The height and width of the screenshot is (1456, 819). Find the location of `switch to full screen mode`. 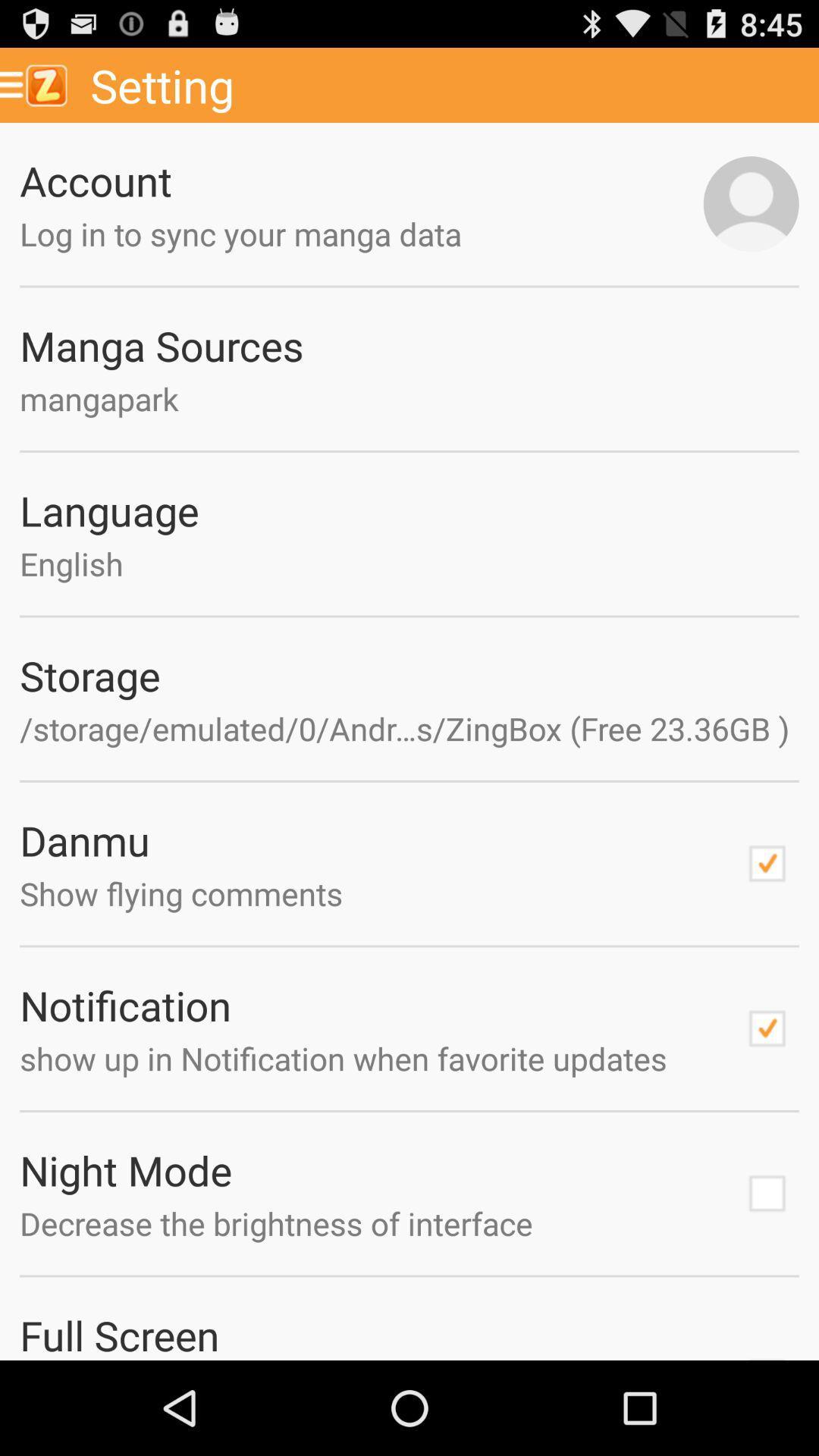

switch to full screen mode is located at coordinates (767, 1353).